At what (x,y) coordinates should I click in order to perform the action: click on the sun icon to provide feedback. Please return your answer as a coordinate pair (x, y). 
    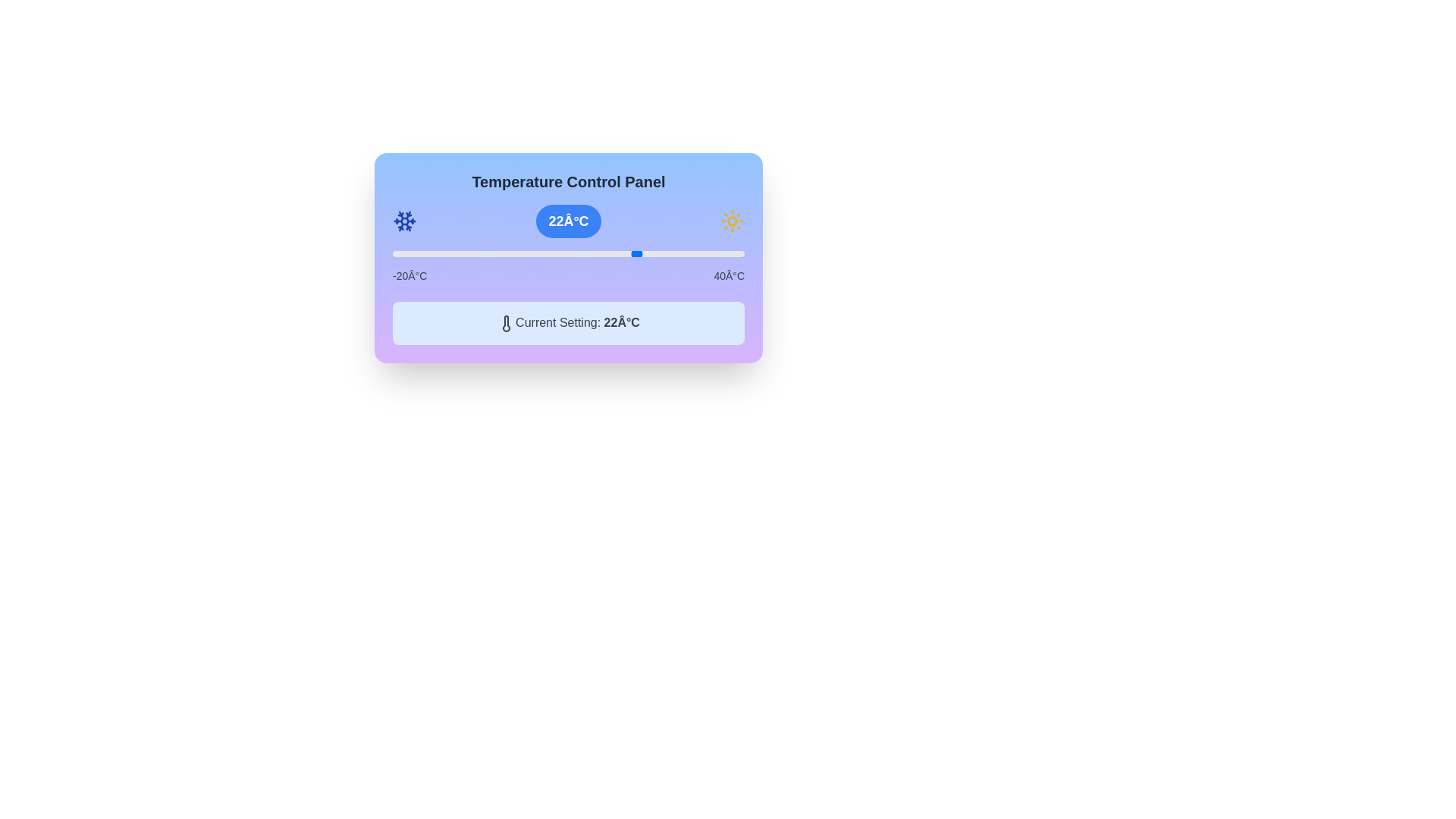
    Looking at the image, I should click on (731, 221).